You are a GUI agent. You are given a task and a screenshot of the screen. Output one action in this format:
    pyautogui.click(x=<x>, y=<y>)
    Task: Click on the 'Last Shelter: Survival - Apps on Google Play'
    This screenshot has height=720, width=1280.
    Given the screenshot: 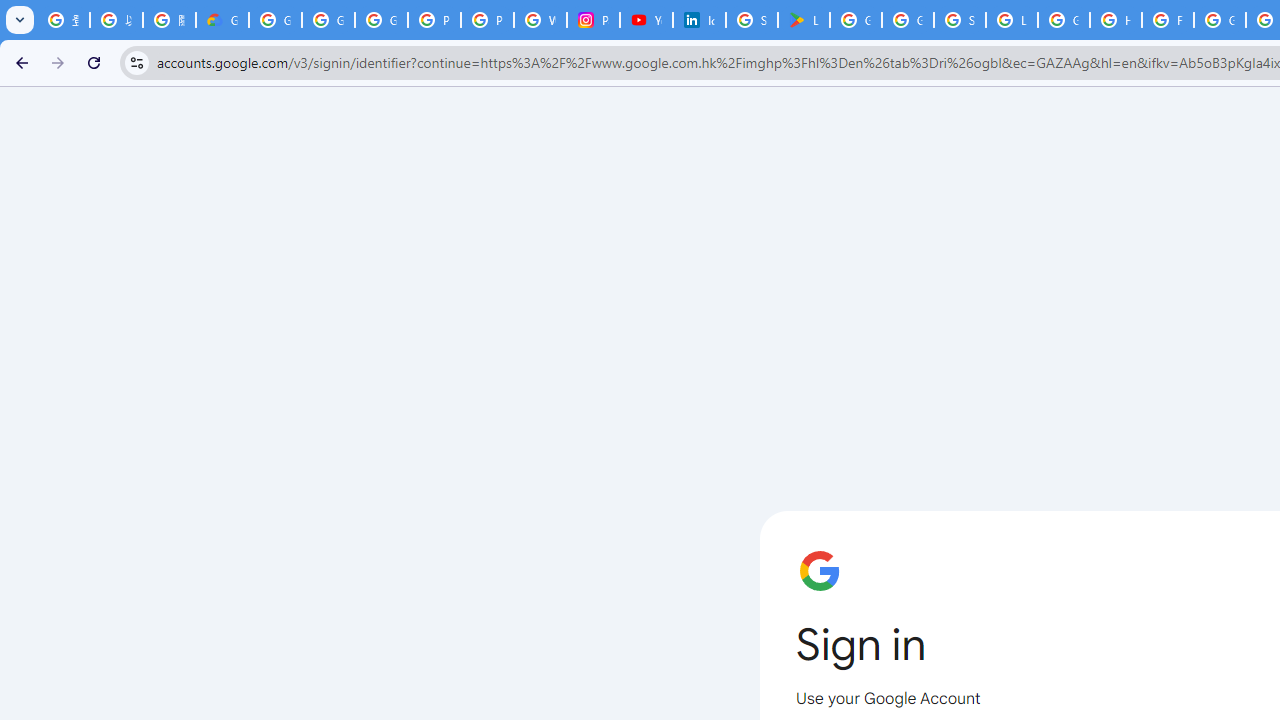 What is the action you would take?
    pyautogui.click(x=803, y=20)
    